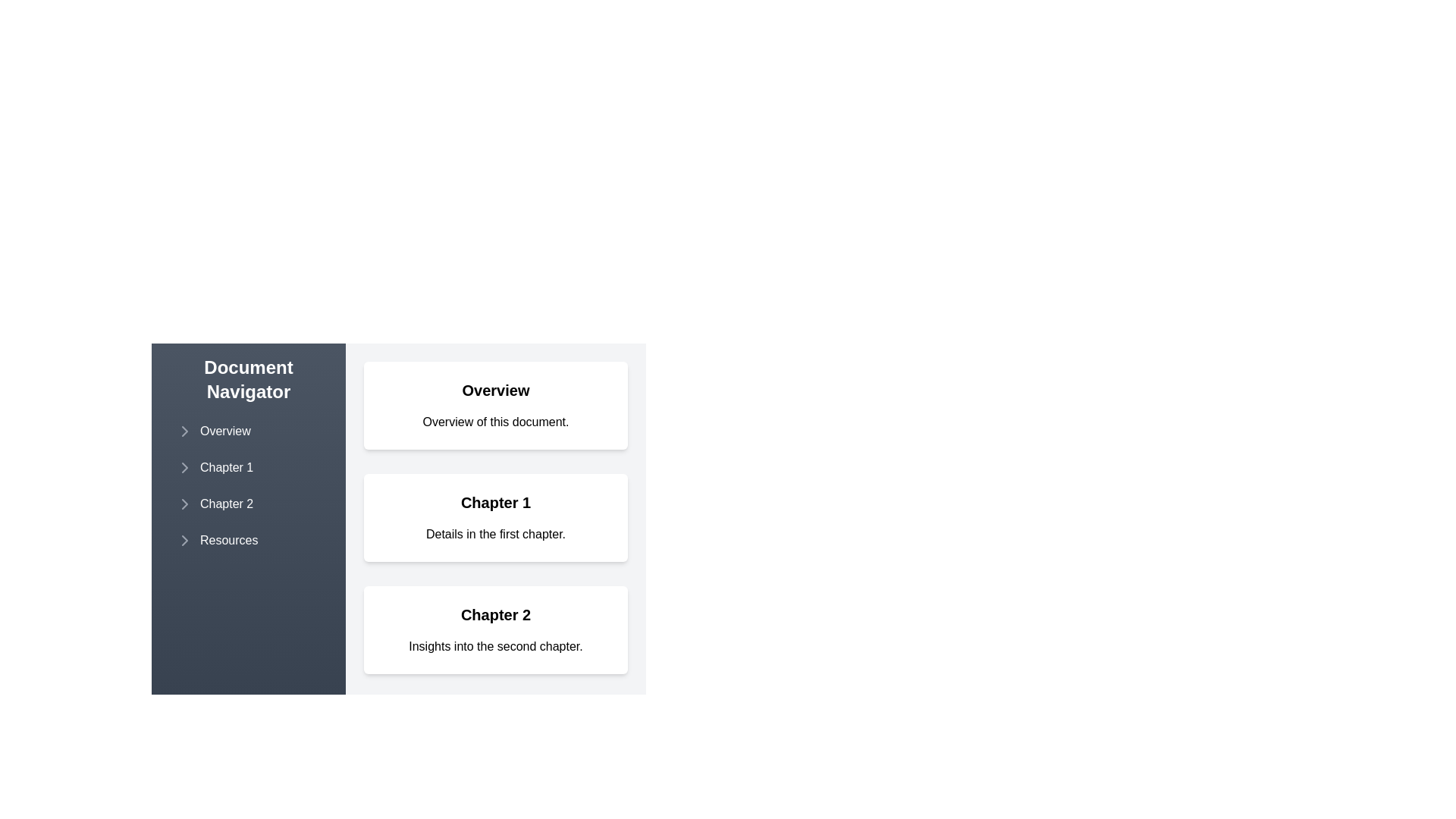  What do you see at coordinates (248, 504) in the screenshot?
I see `the 'Chapter 2' button-like navigation link in the Document Navigator` at bounding box center [248, 504].